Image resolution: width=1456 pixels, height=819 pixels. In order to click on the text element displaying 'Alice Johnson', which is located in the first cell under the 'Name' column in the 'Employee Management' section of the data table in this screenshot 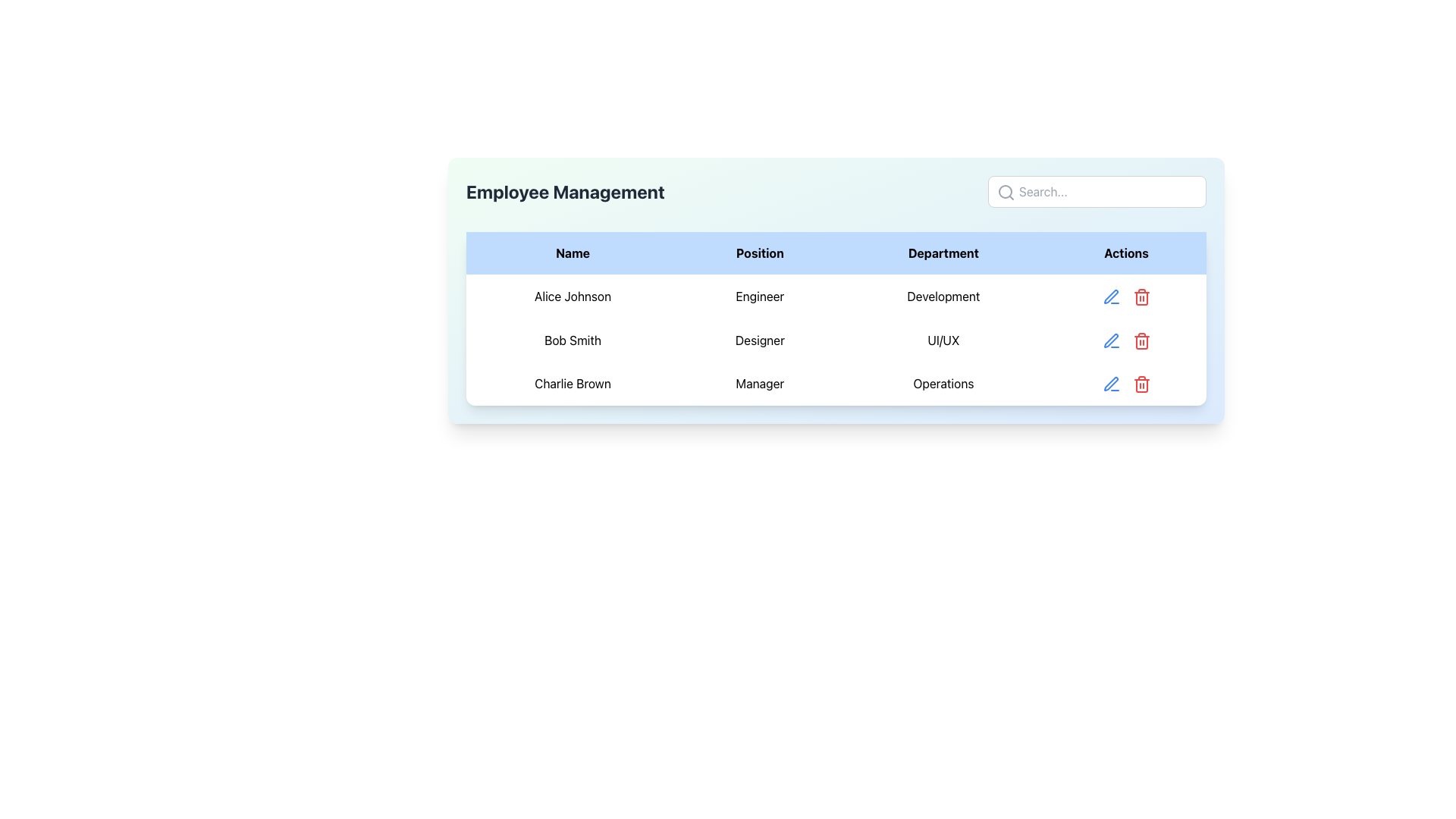, I will do `click(572, 296)`.